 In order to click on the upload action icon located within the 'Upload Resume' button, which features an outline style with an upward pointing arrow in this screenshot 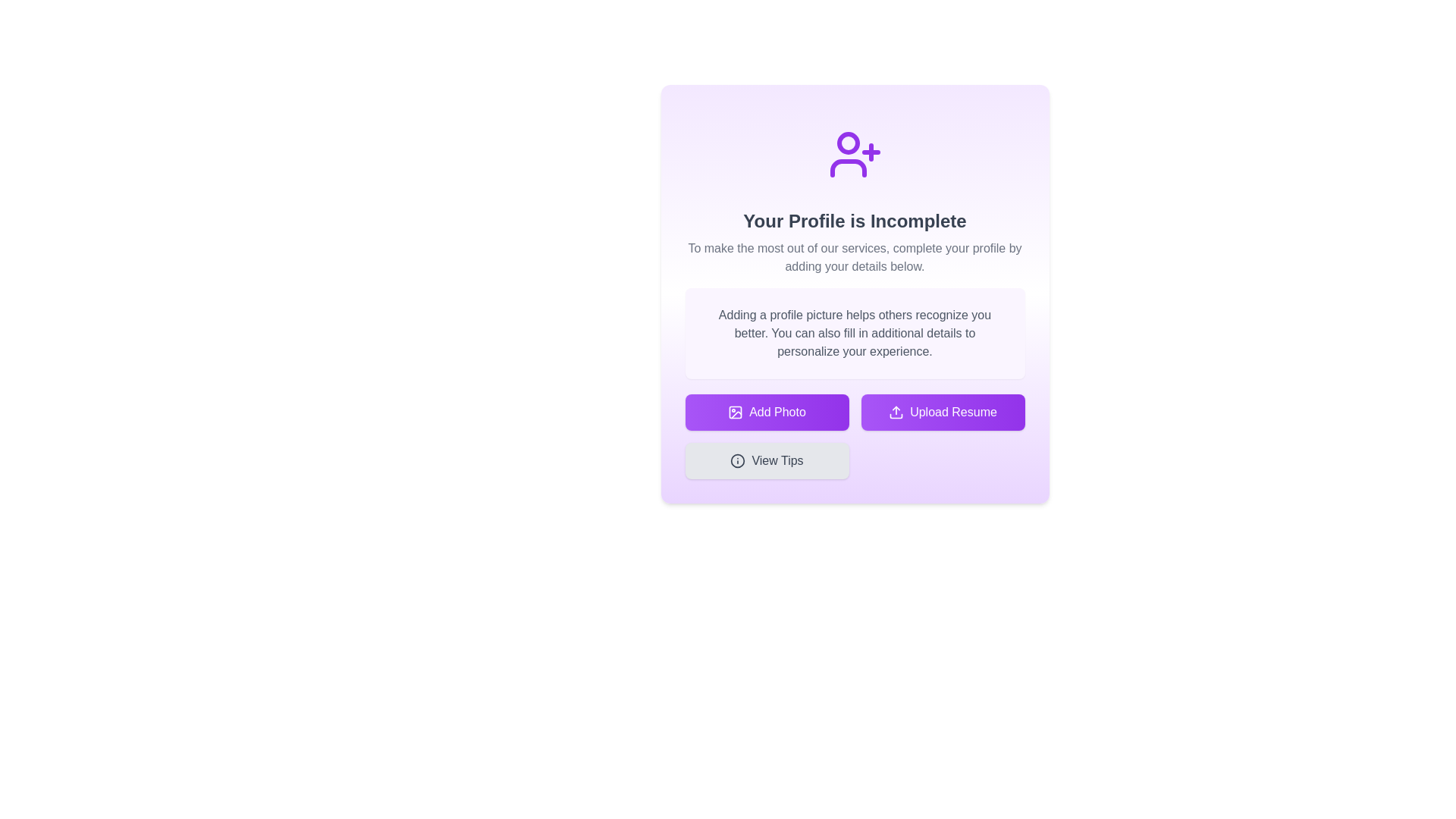, I will do `click(896, 412)`.